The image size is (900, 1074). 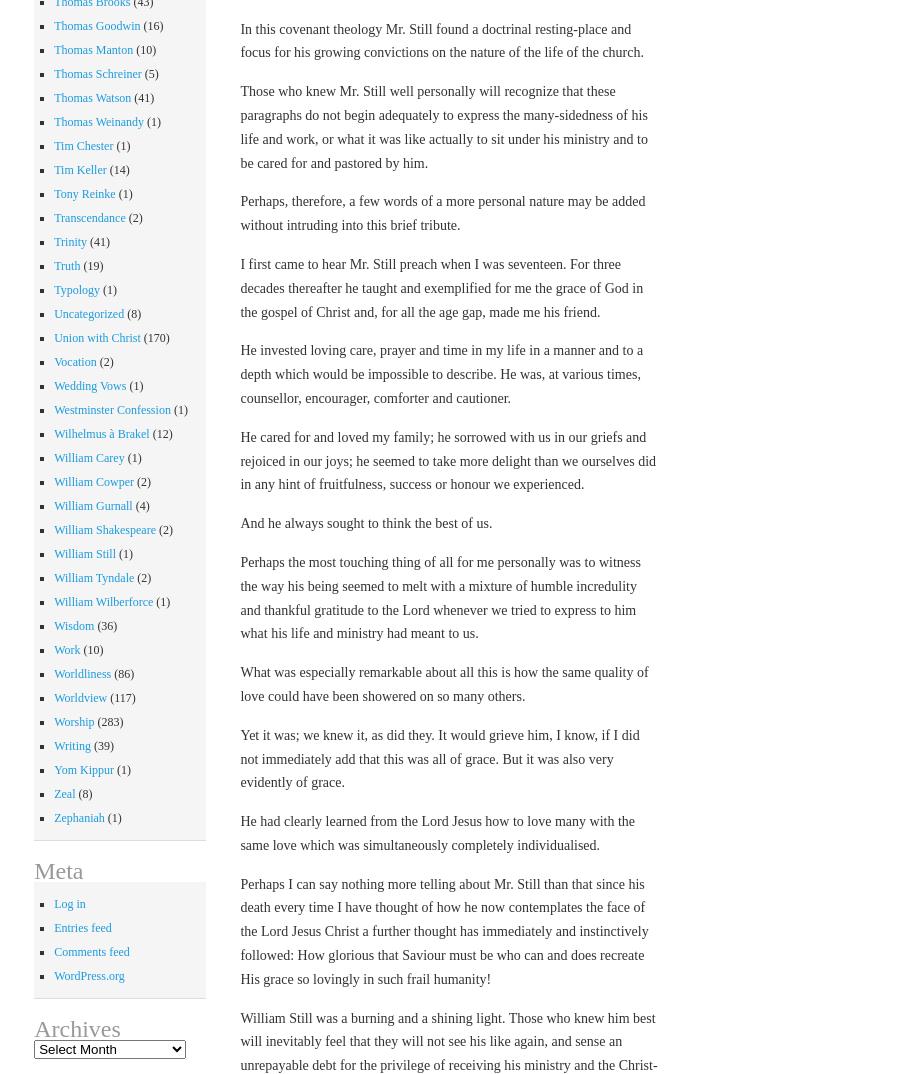 I want to click on '(12)', so click(x=160, y=432).